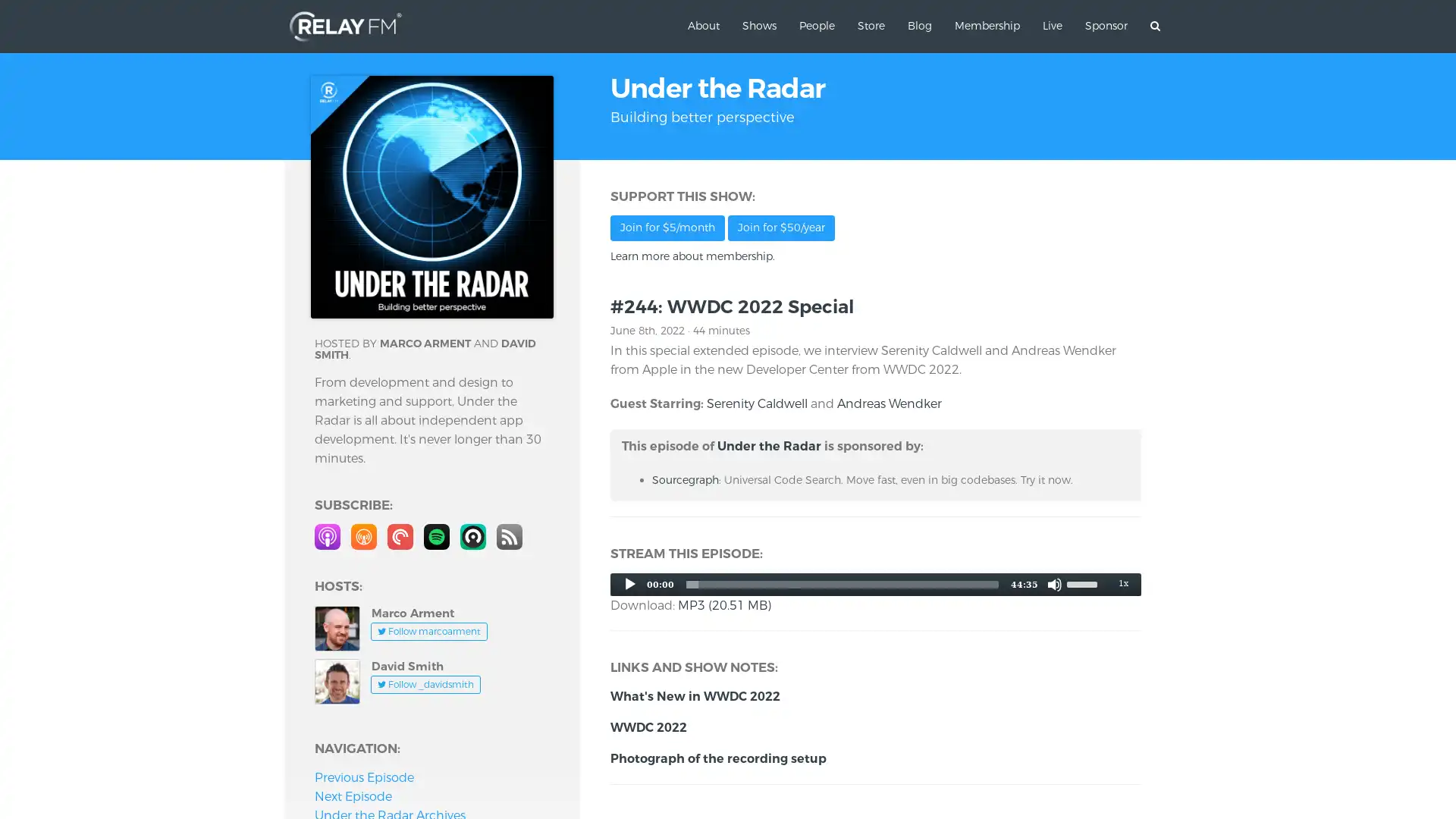  What do you see at coordinates (629, 583) in the screenshot?
I see `Play` at bounding box center [629, 583].